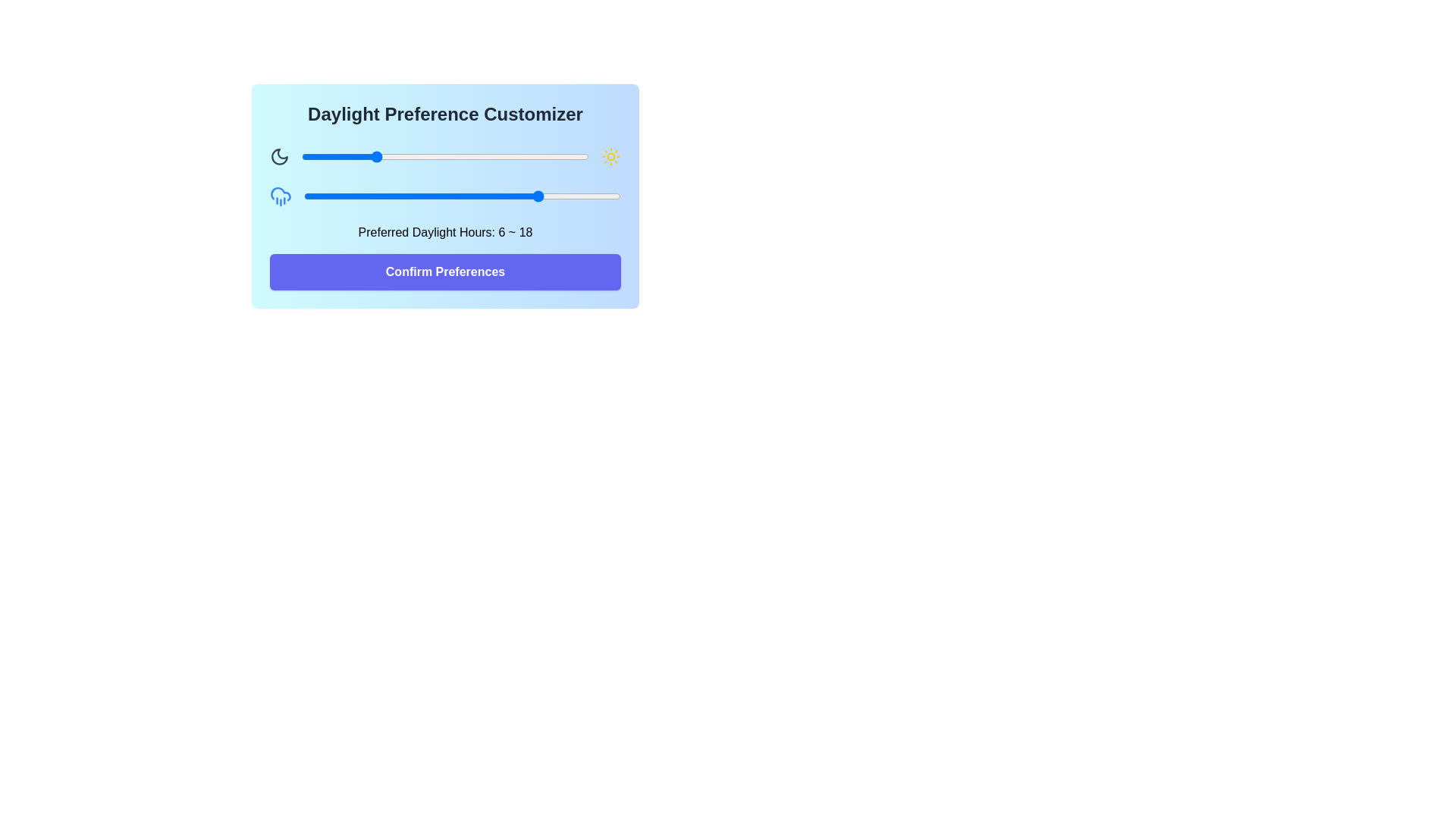  What do you see at coordinates (444, 271) in the screenshot?
I see `the confirm button located at the bottom center of the 'Daylight Preference Customizer', which allows users to submit their preferences for daylight hours` at bounding box center [444, 271].